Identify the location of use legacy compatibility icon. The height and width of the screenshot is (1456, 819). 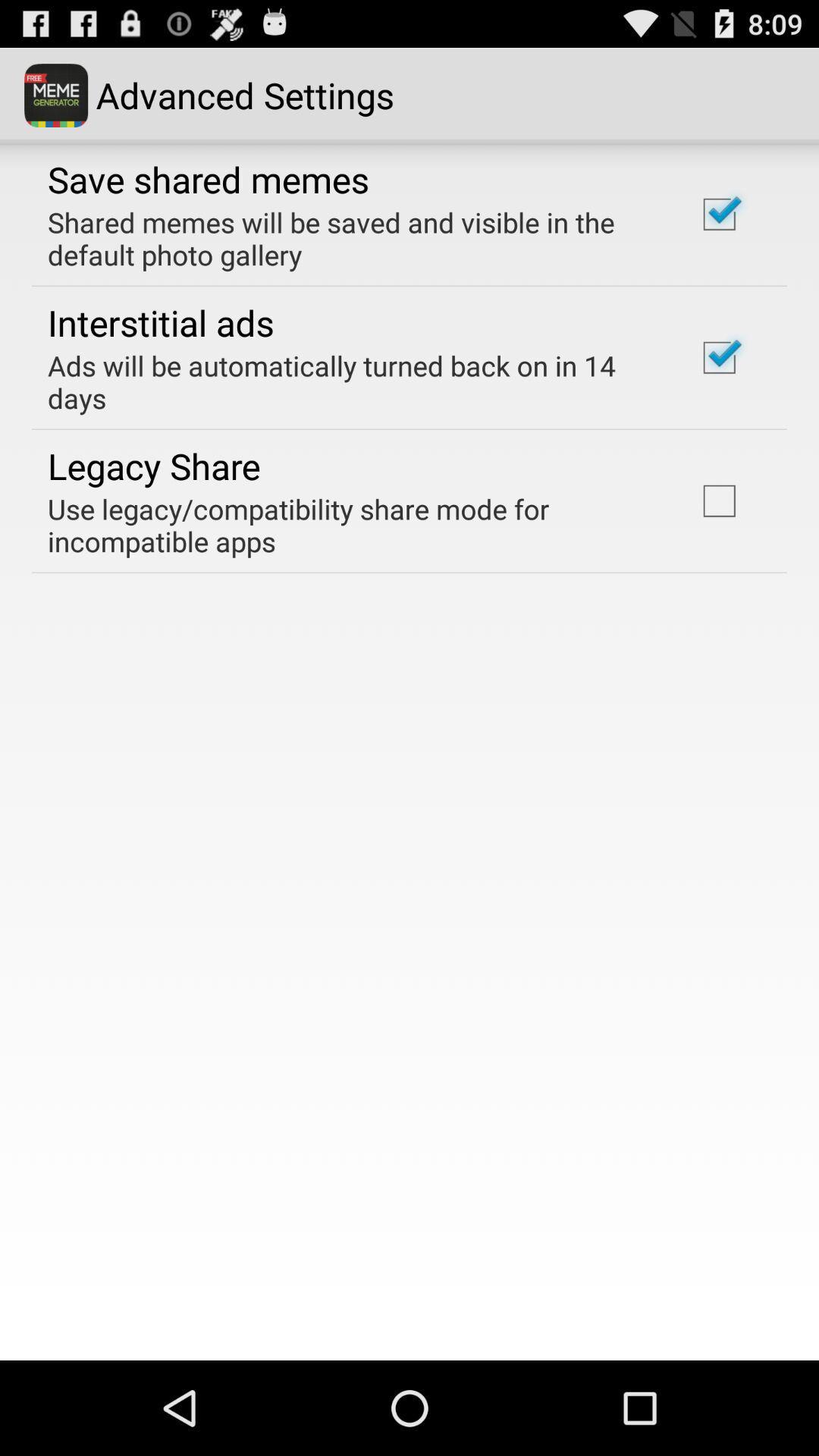
(351, 525).